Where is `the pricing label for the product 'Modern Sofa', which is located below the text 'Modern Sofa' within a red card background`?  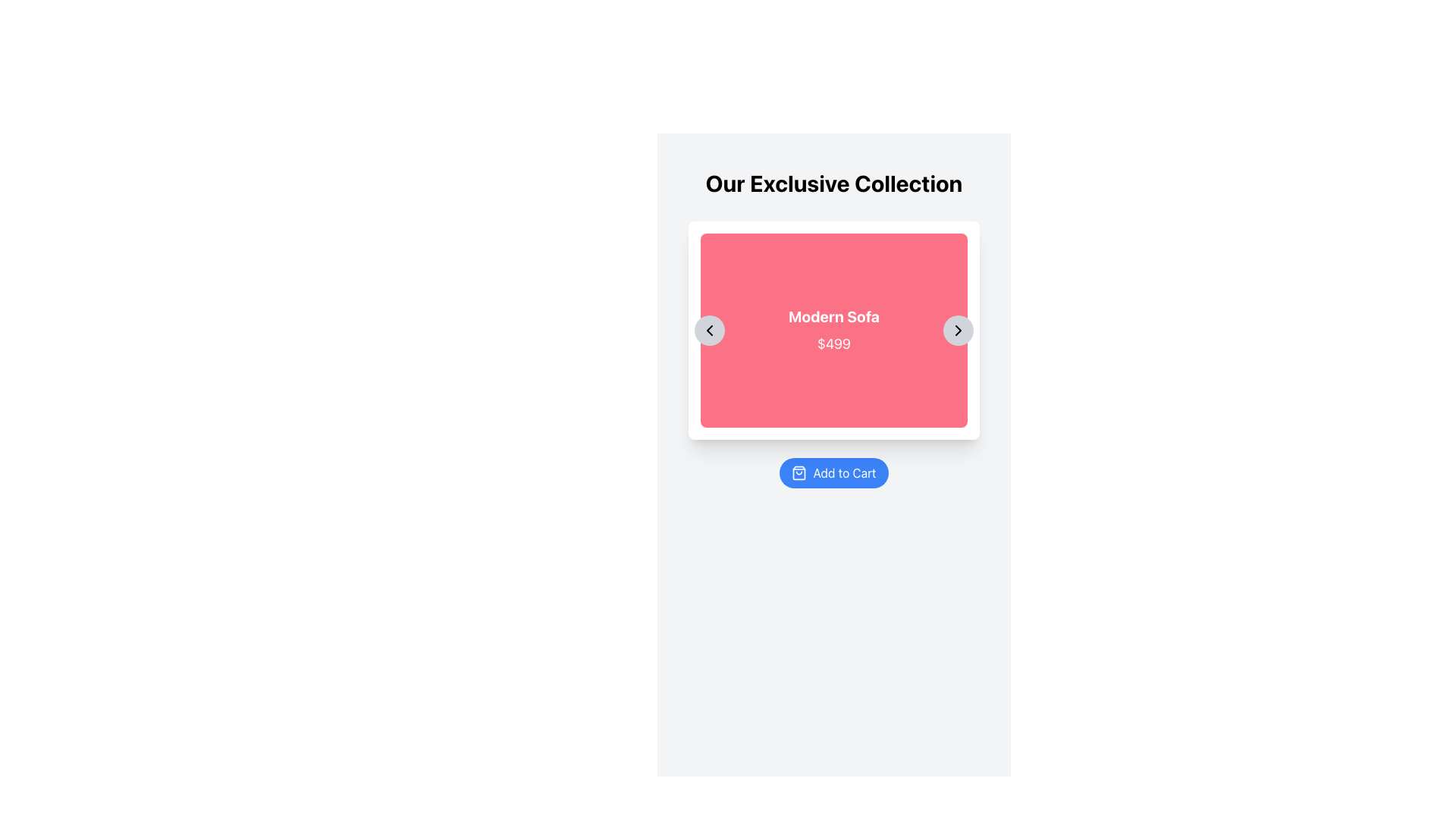 the pricing label for the product 'Modern Sofa', which is located below the text 'Modern Sofa' within a red card background is located at coordinates (833, 344).